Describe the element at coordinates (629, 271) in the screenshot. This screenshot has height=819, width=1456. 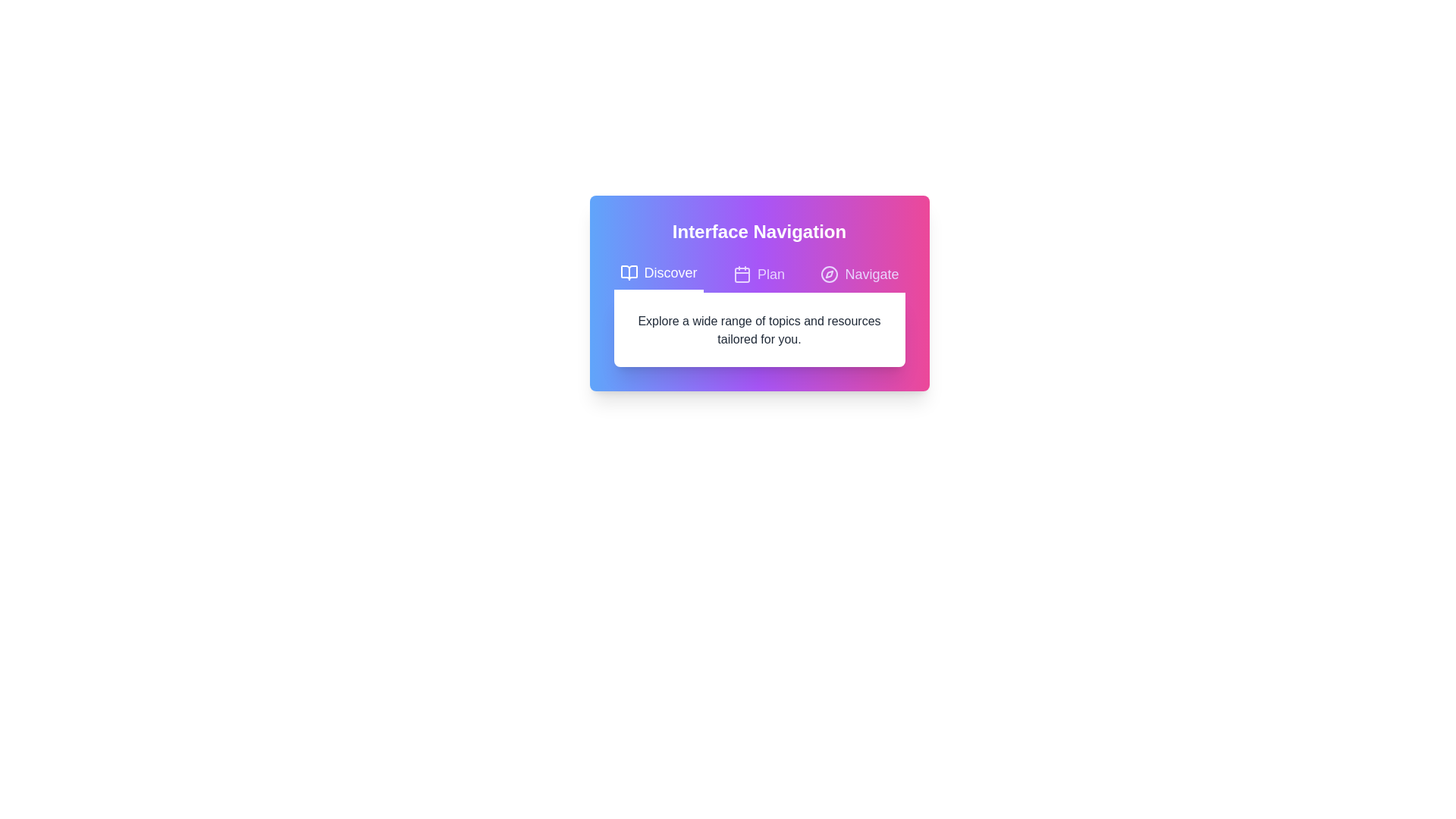
I see `the 'Discover' icon located on the left side of the card interface in the toolbar at the top to enable keyboard navigation` at that location.